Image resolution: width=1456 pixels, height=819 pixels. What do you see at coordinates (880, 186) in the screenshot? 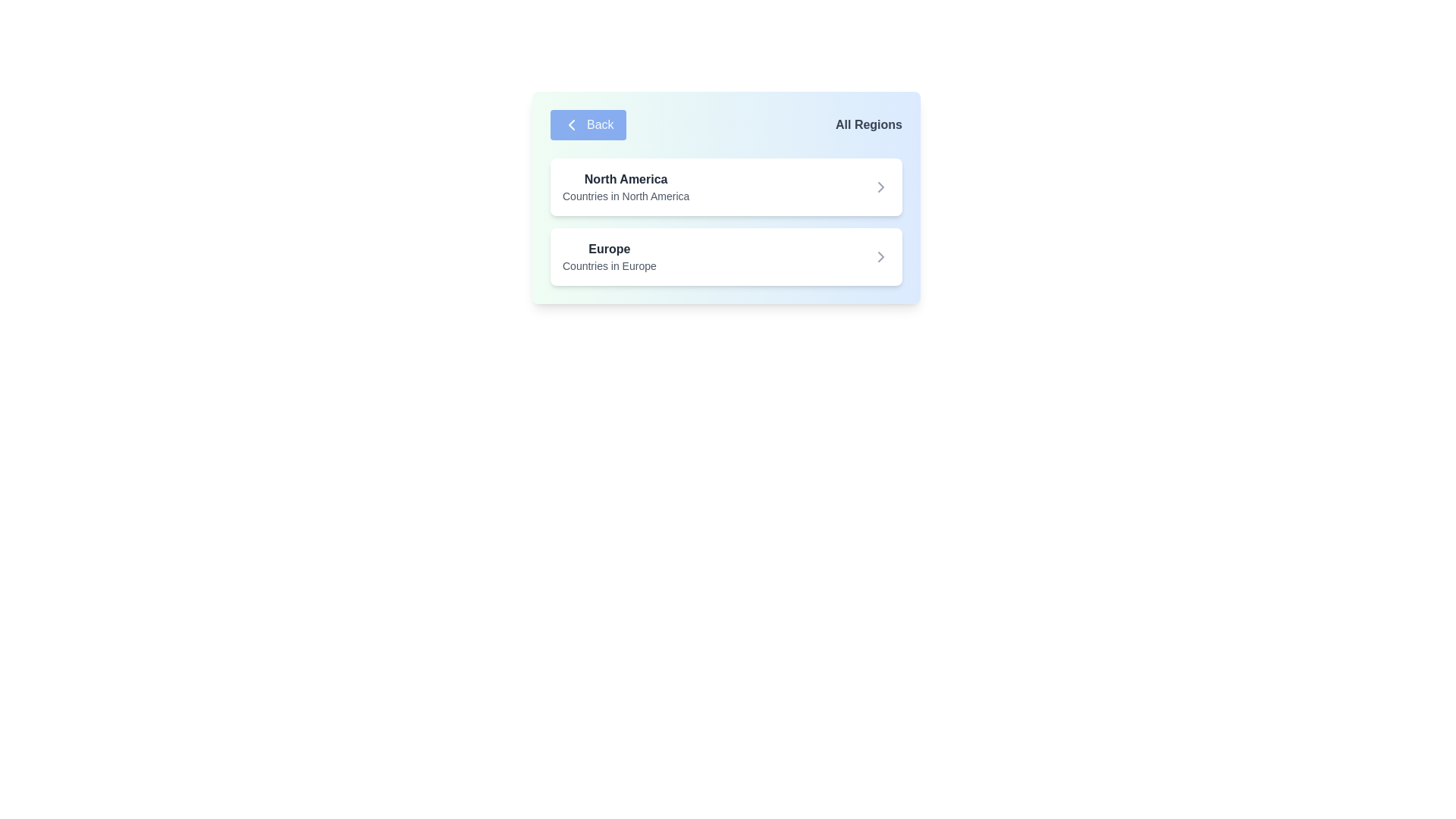
I see `the navigation icon located at the far right side of the 'North America' region selection card` at bounding box center [880, 186].